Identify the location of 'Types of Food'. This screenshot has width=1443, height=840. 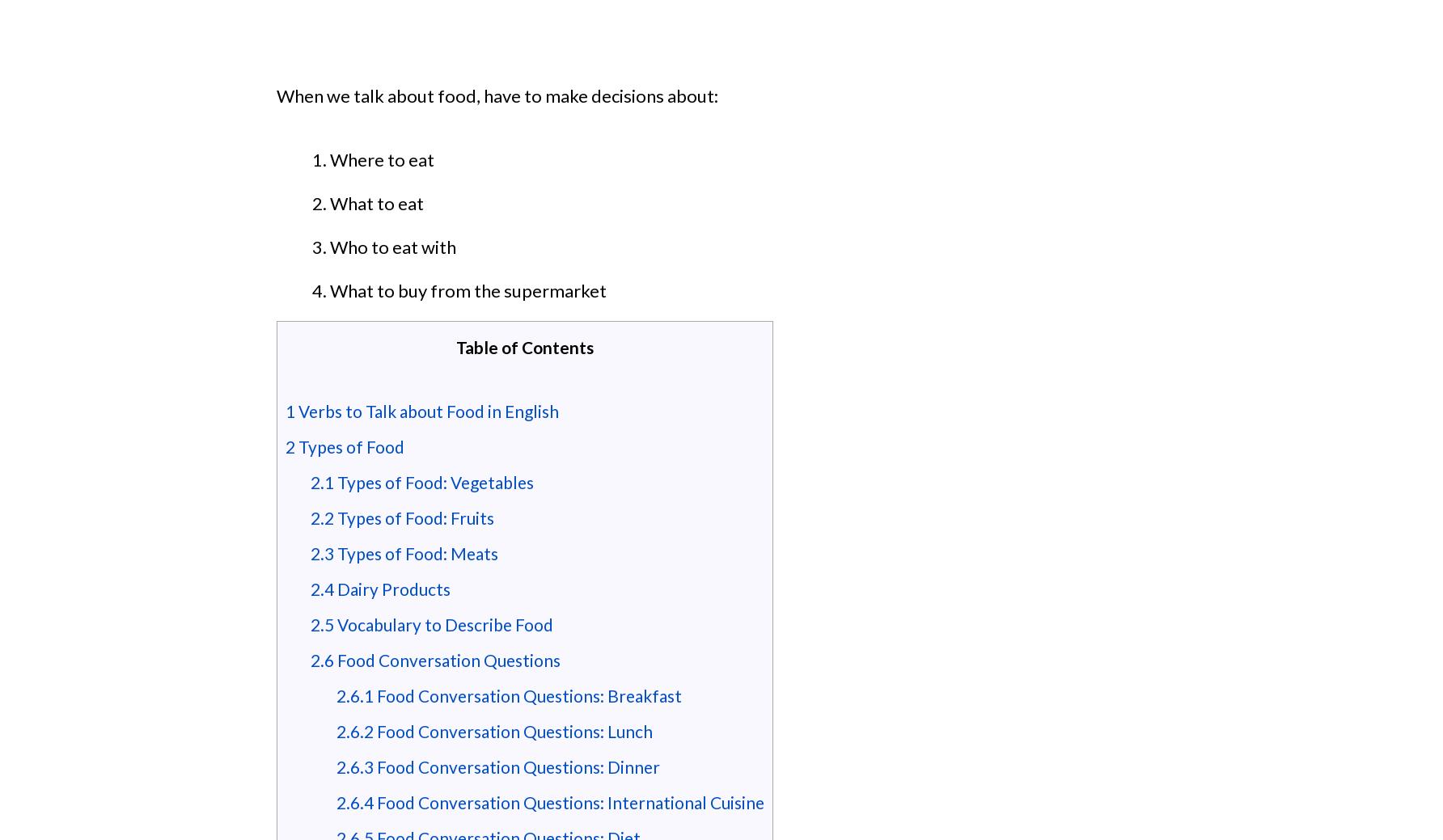
(349, 446).